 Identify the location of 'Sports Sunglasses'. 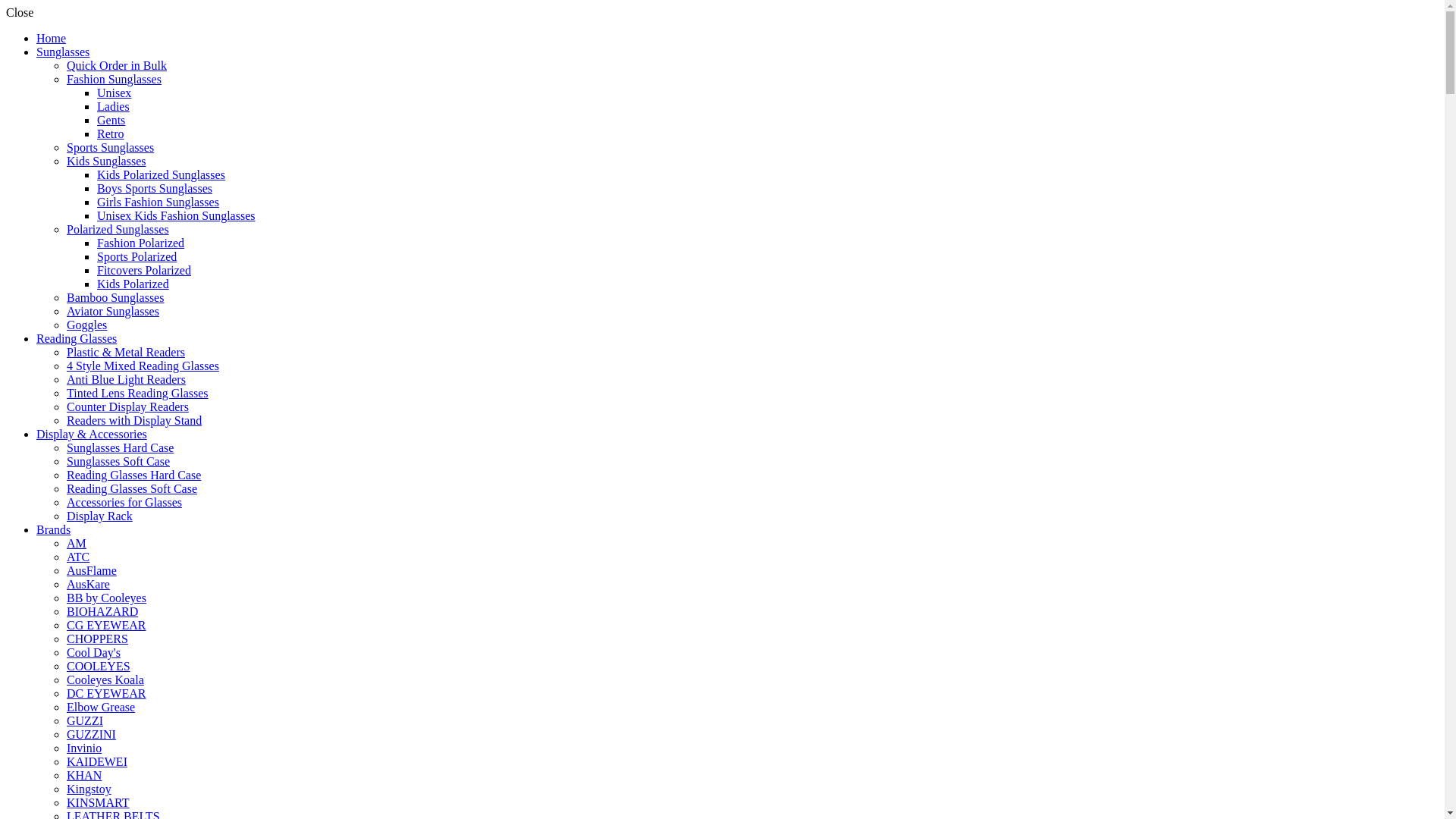
(65, 147).